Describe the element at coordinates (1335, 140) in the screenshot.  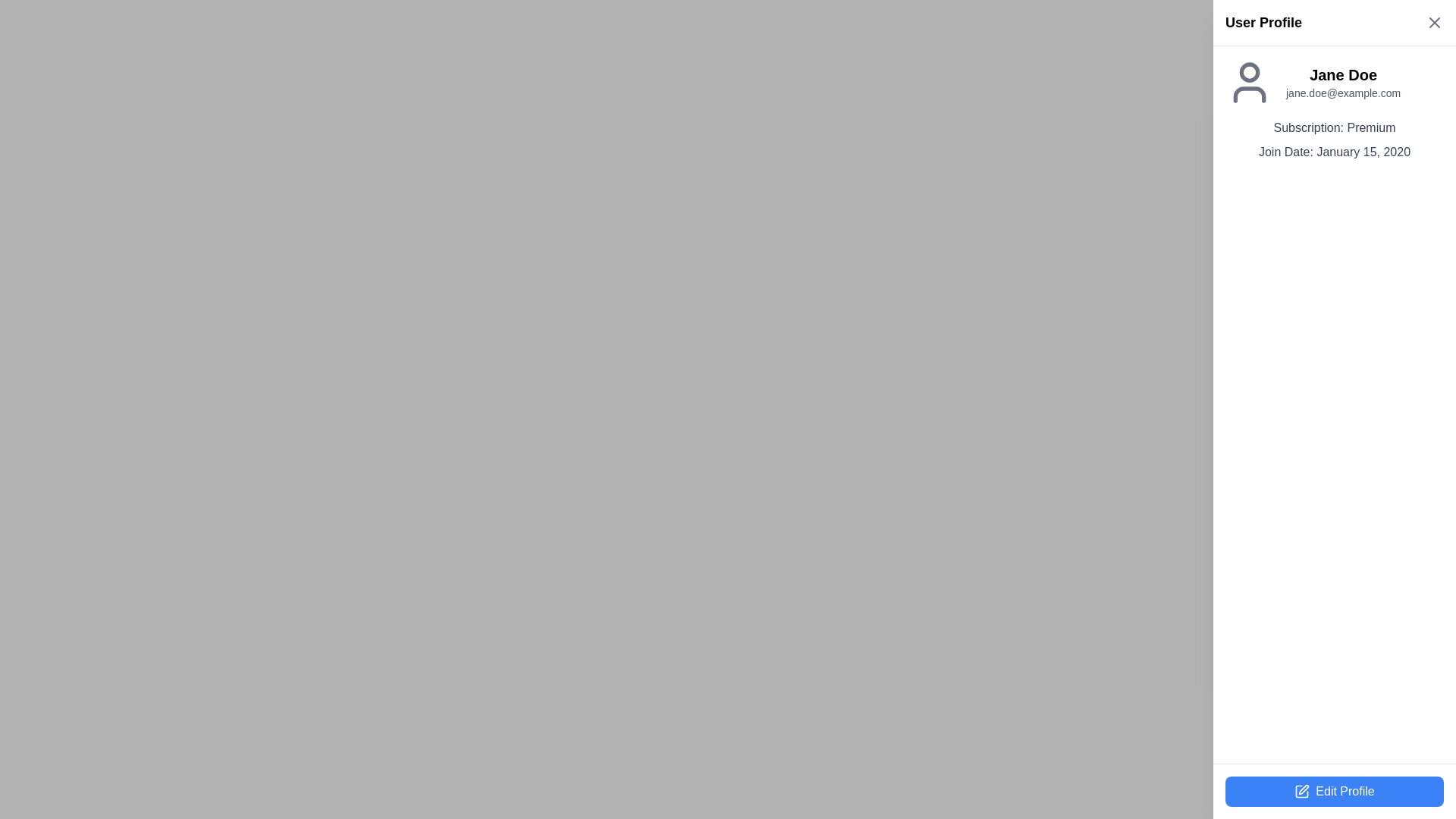
I see `the Text Display element that shows user subscription information and join date, located below the user's name and email in the upper section of the user profile panel` at that location.